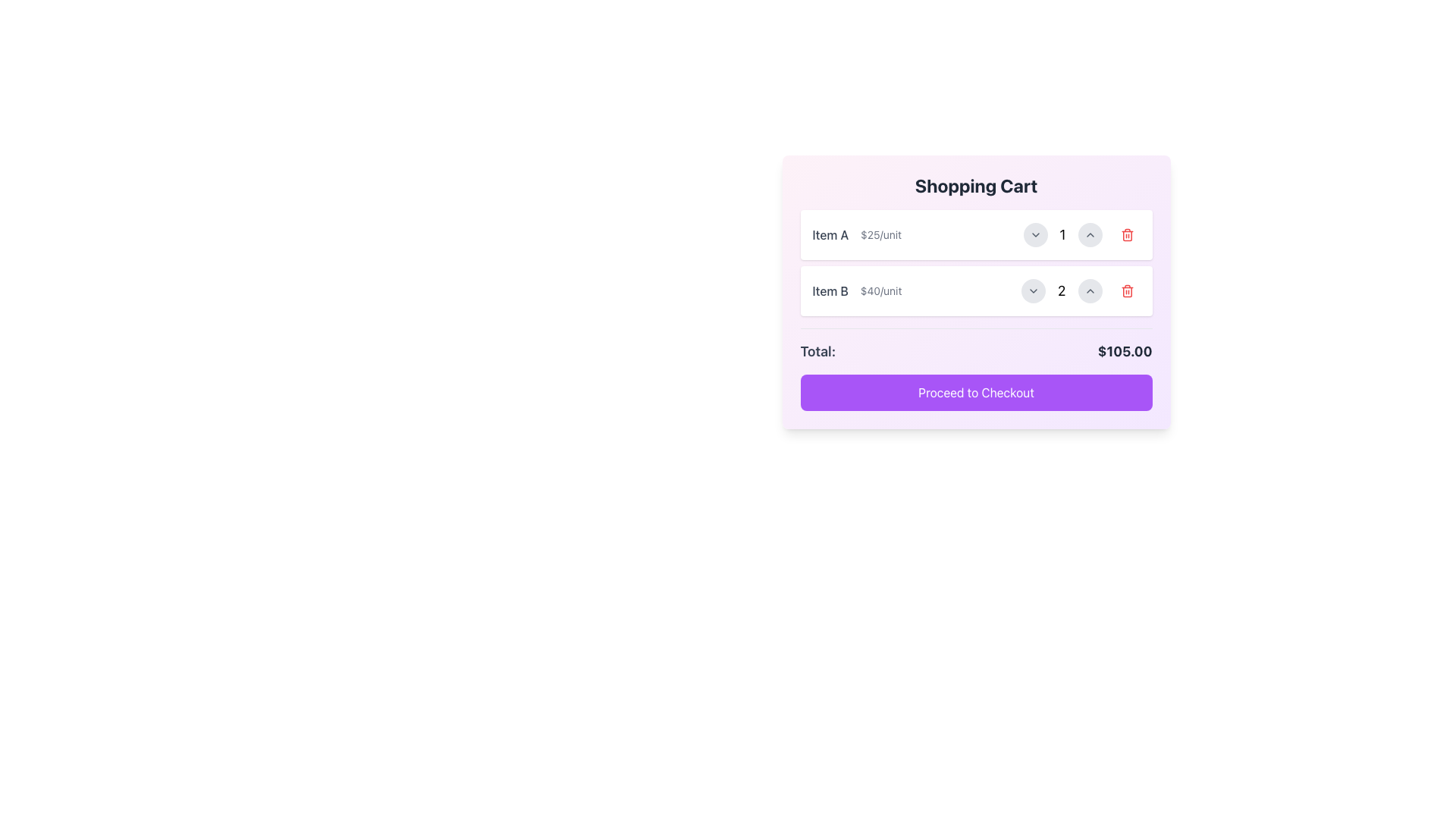 The height and width of the screenshot is (819, 1456). Describe the element at coordinates (857, 291) in the screenshot. I see `the Text label that displays the item name and unit price within the shopping cart card interface, located in the second item box below 'Item A'` at that location.